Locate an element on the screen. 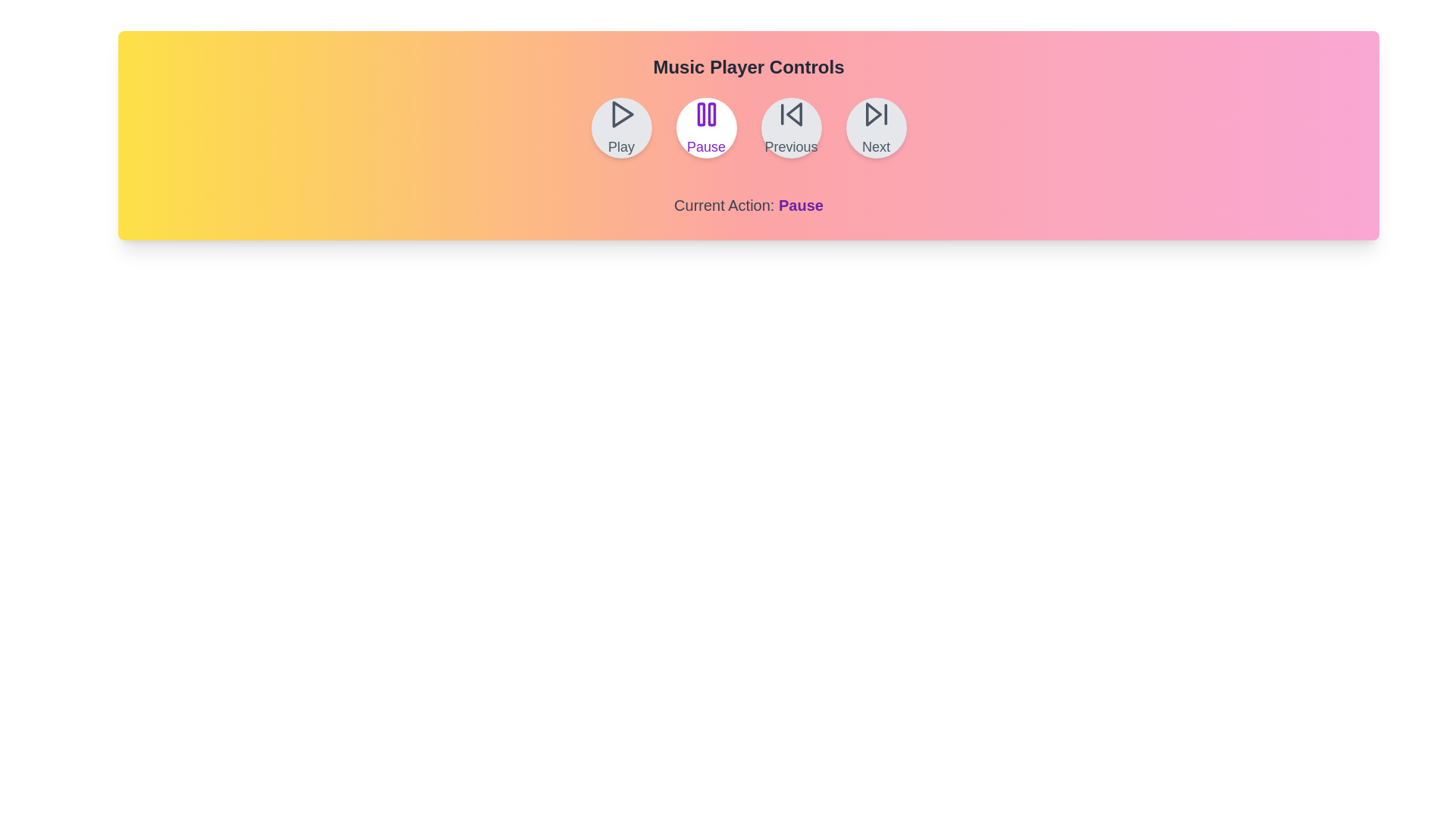  the Play button to perform the corresponding playback action is located at coordinates (621, 127).